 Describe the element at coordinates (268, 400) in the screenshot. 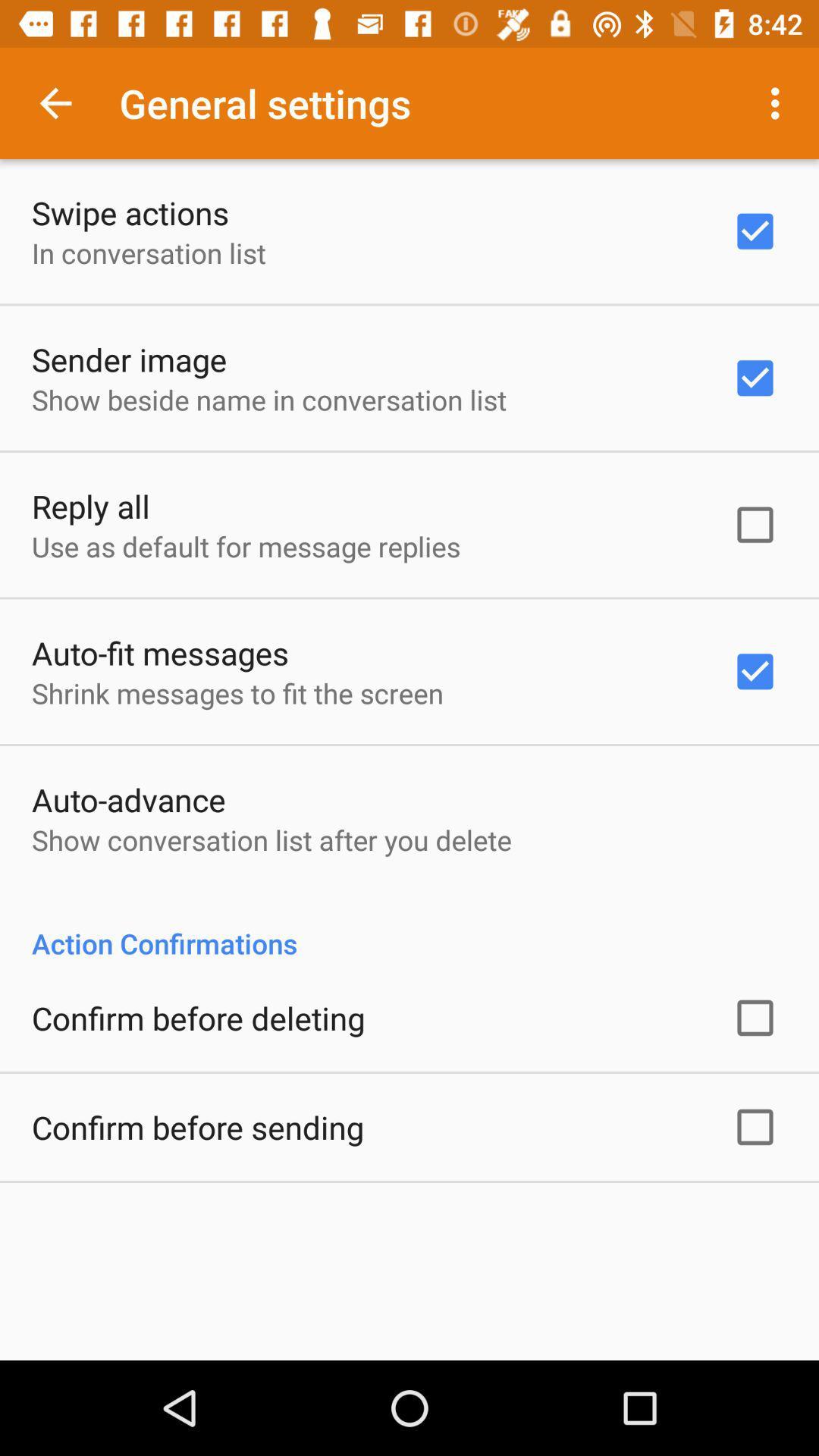

I see `the icon above the reply all icon` at that location.